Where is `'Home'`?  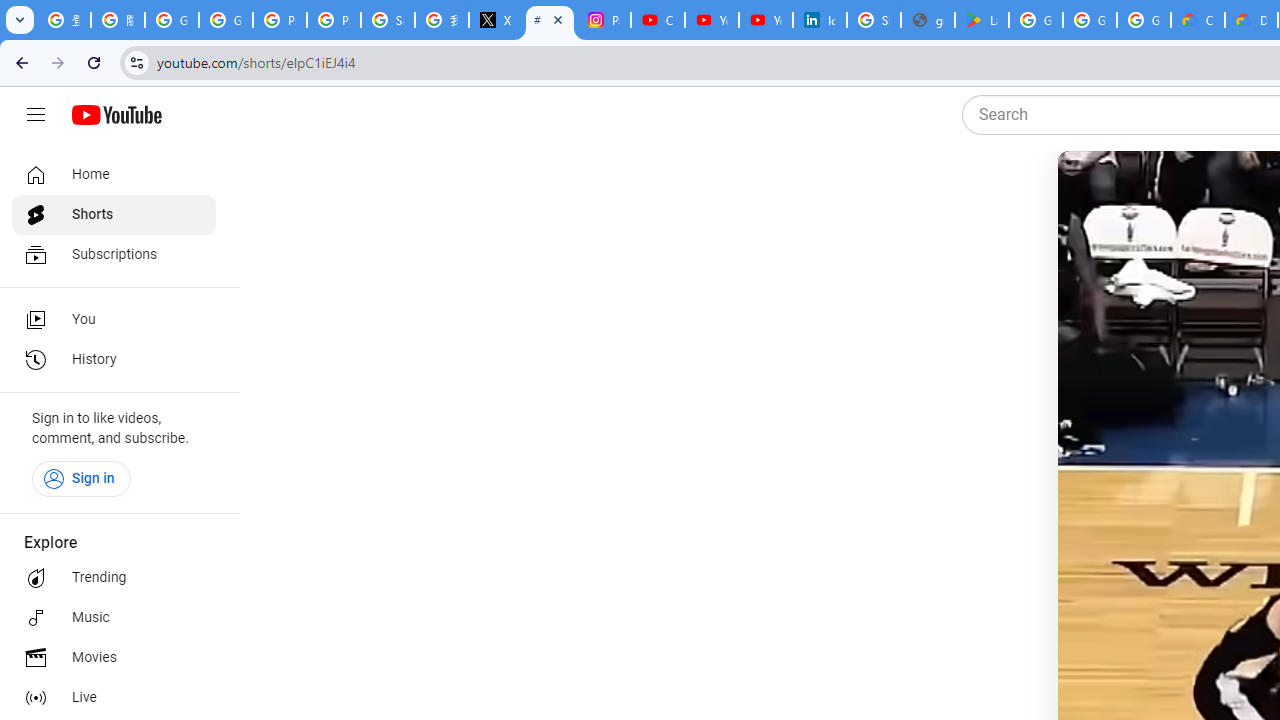
'Home' is located at coordinates (112, 173).